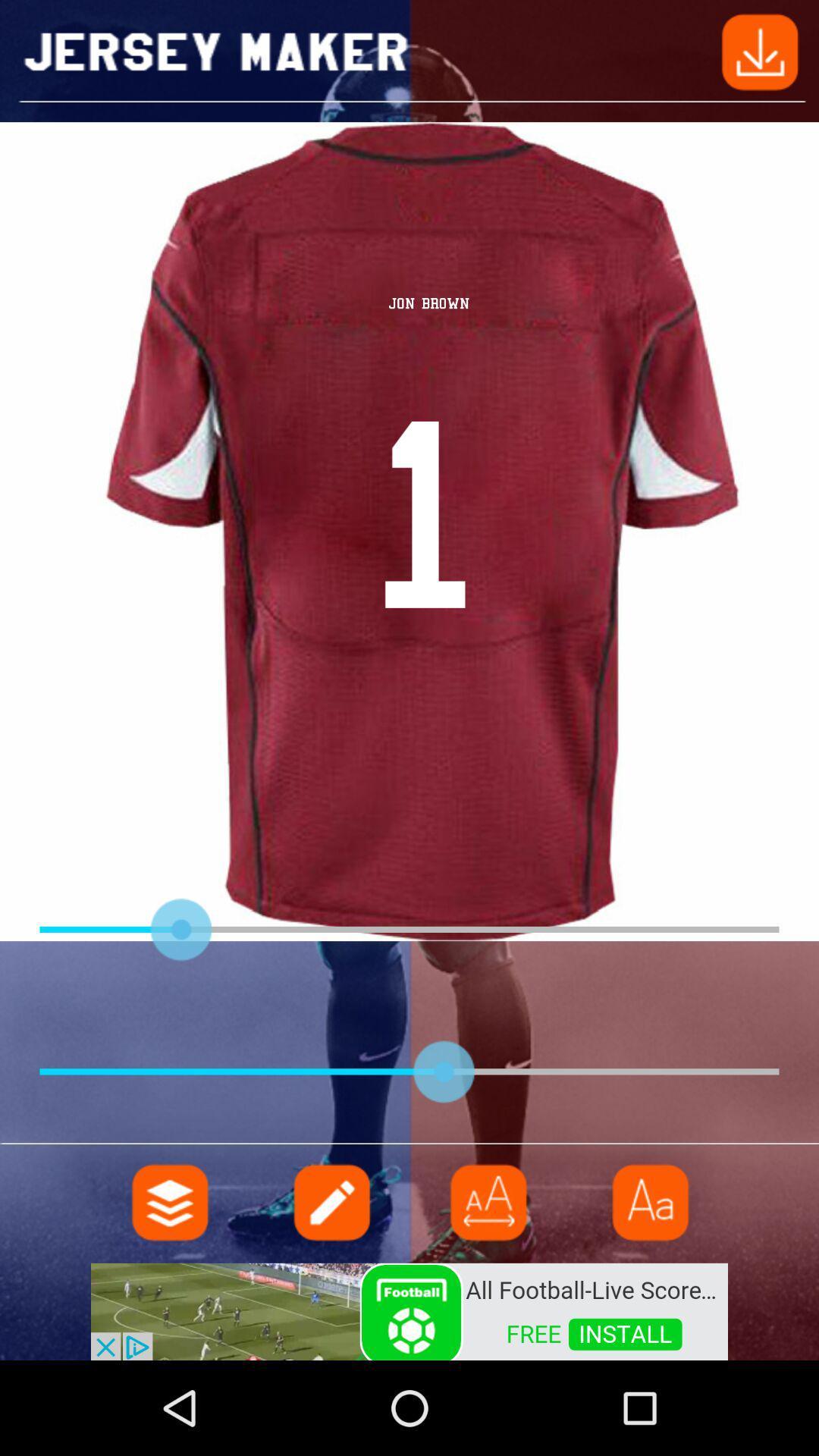 The image size is (819, 1456). I want to click on write button, so click(329, 1201).